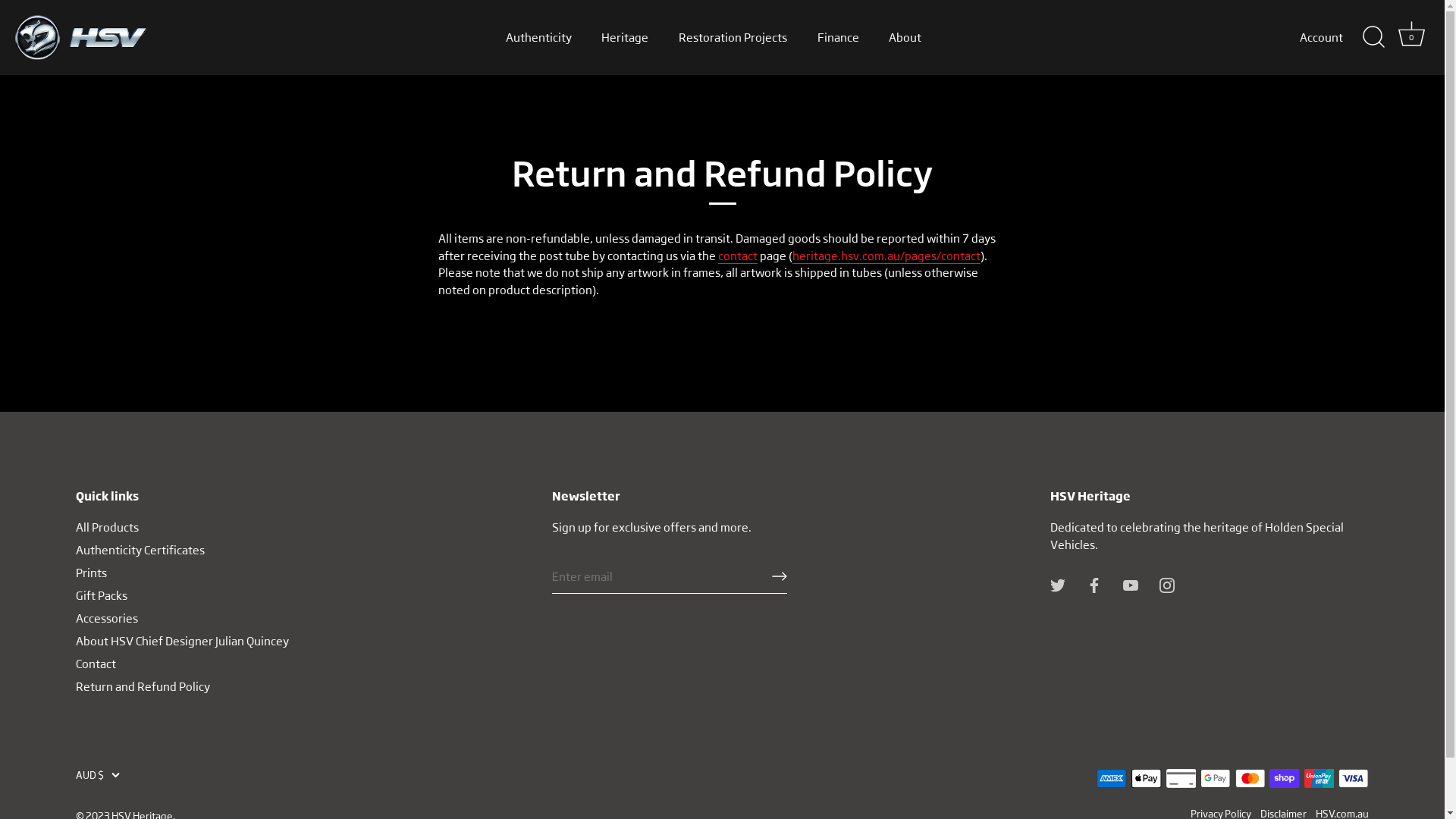 This screenshot has width=1456, height=819. I want to click on 'Return and Refund Policy', so click(143, 686).